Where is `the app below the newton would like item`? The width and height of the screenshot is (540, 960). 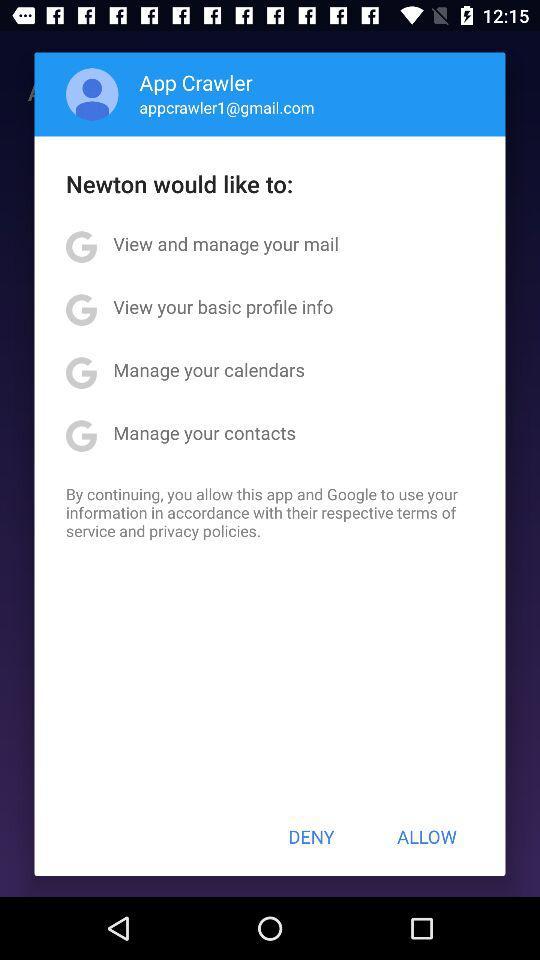
the app below the newton would like item is located at coordinates (225, 242).